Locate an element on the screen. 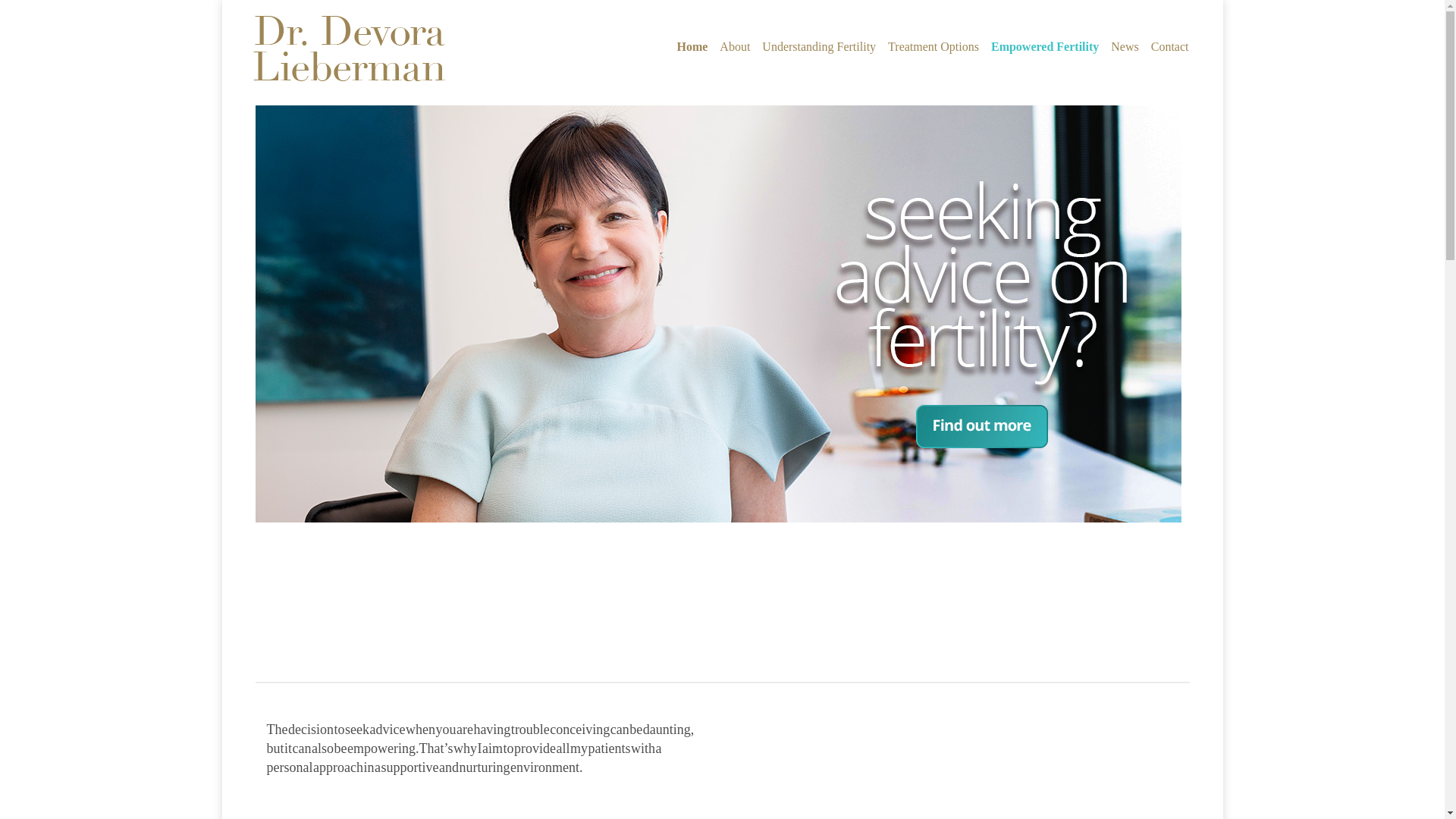 Image resolution: width=1456 pixels, height=819 pixels. 'News' is located at coordinates (1125, 46).